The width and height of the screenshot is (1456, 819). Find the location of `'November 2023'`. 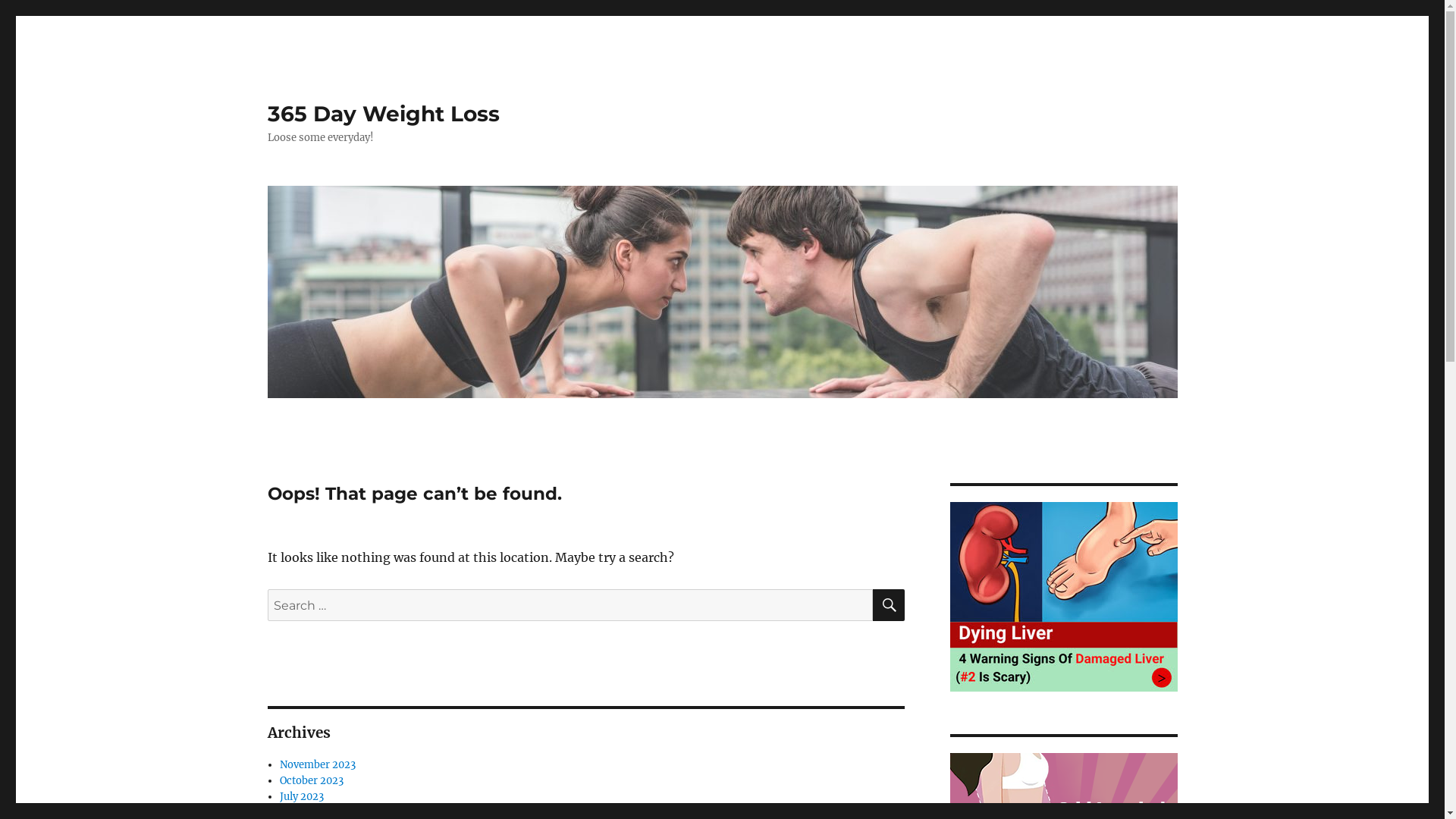

'November 2023' is located at coordinates (316, 764).